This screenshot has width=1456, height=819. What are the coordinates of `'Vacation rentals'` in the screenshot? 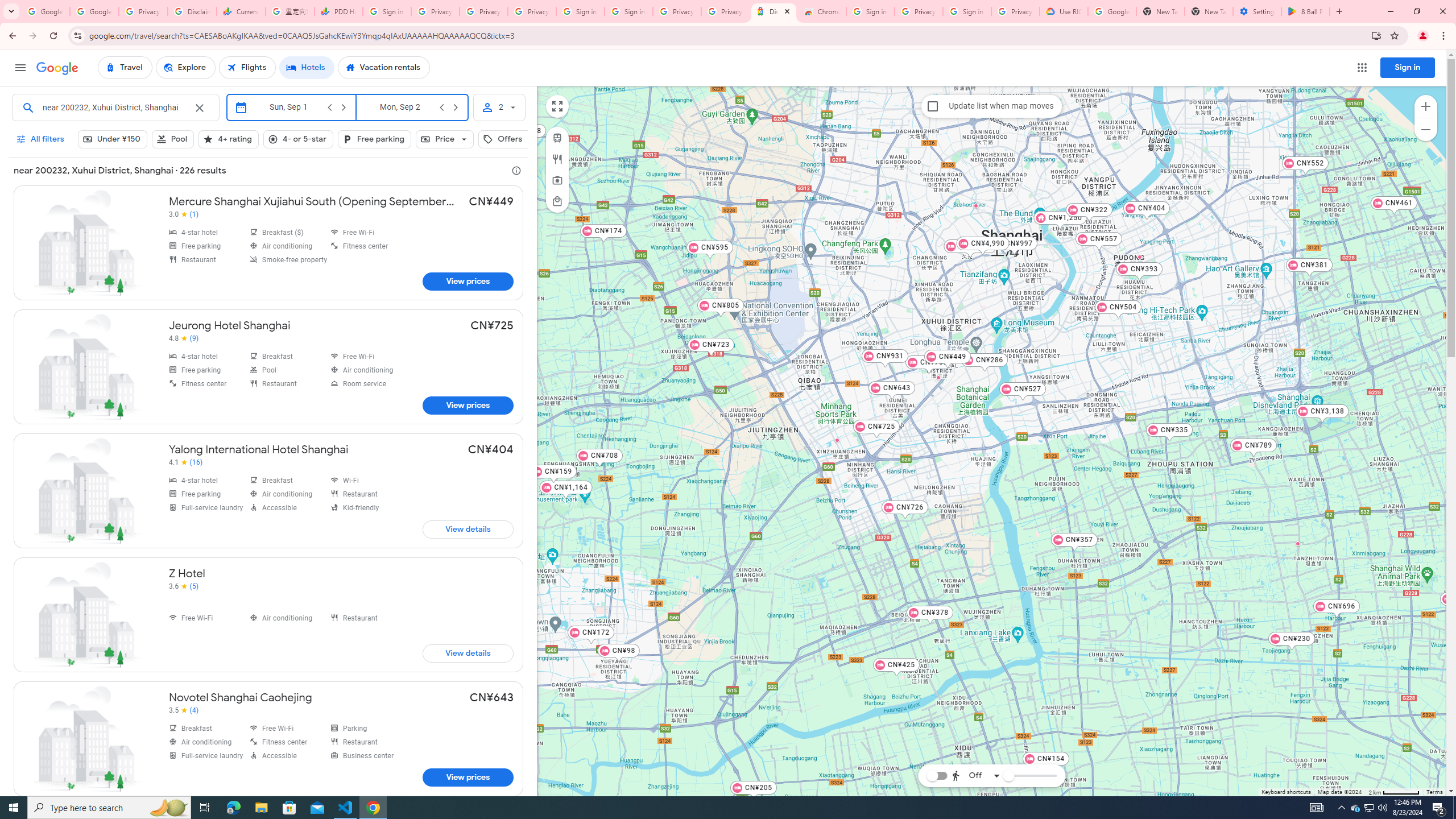 It's located at (383, 67).